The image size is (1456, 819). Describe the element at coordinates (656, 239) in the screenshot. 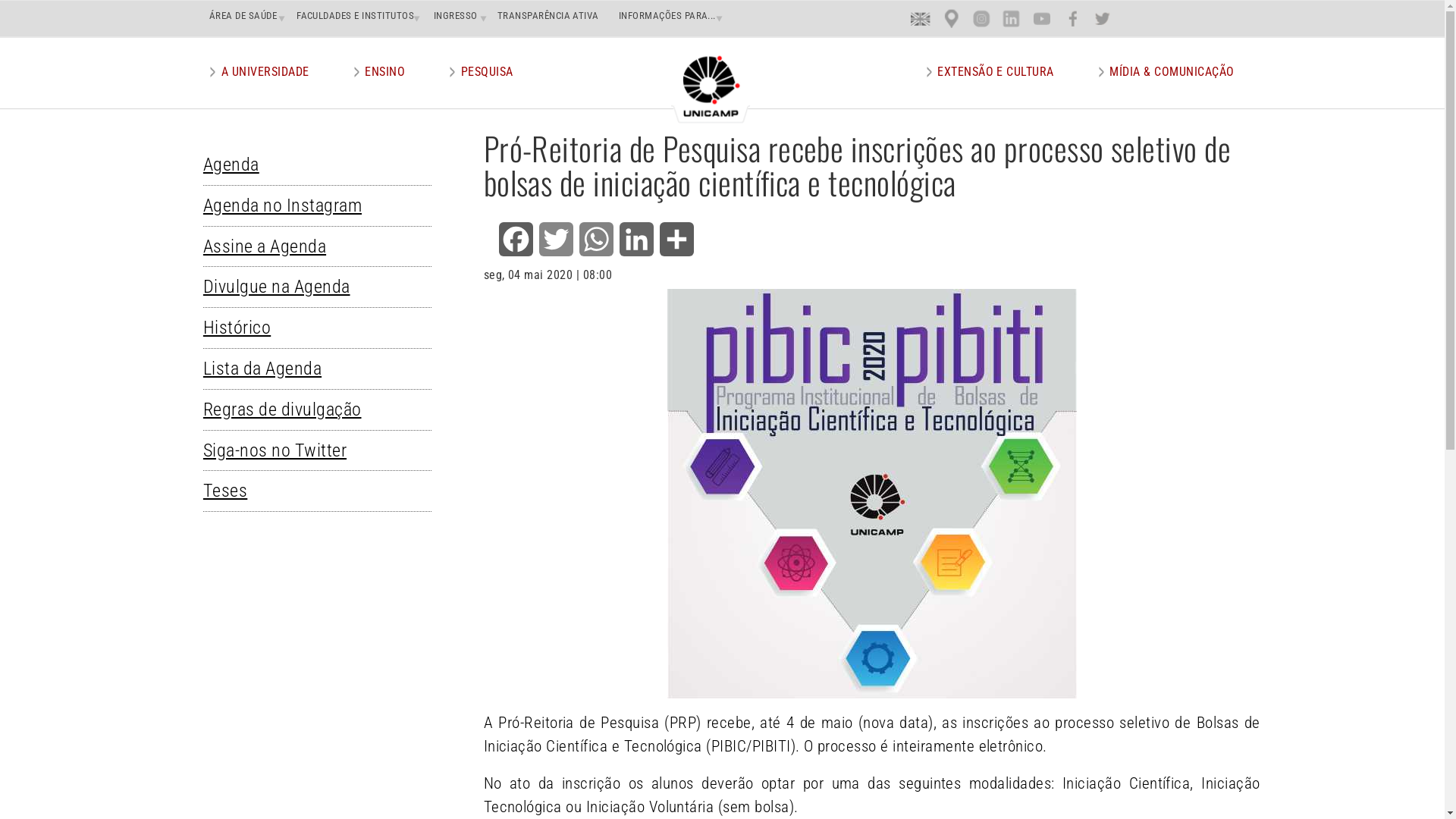

I see `'Share'` at that location.